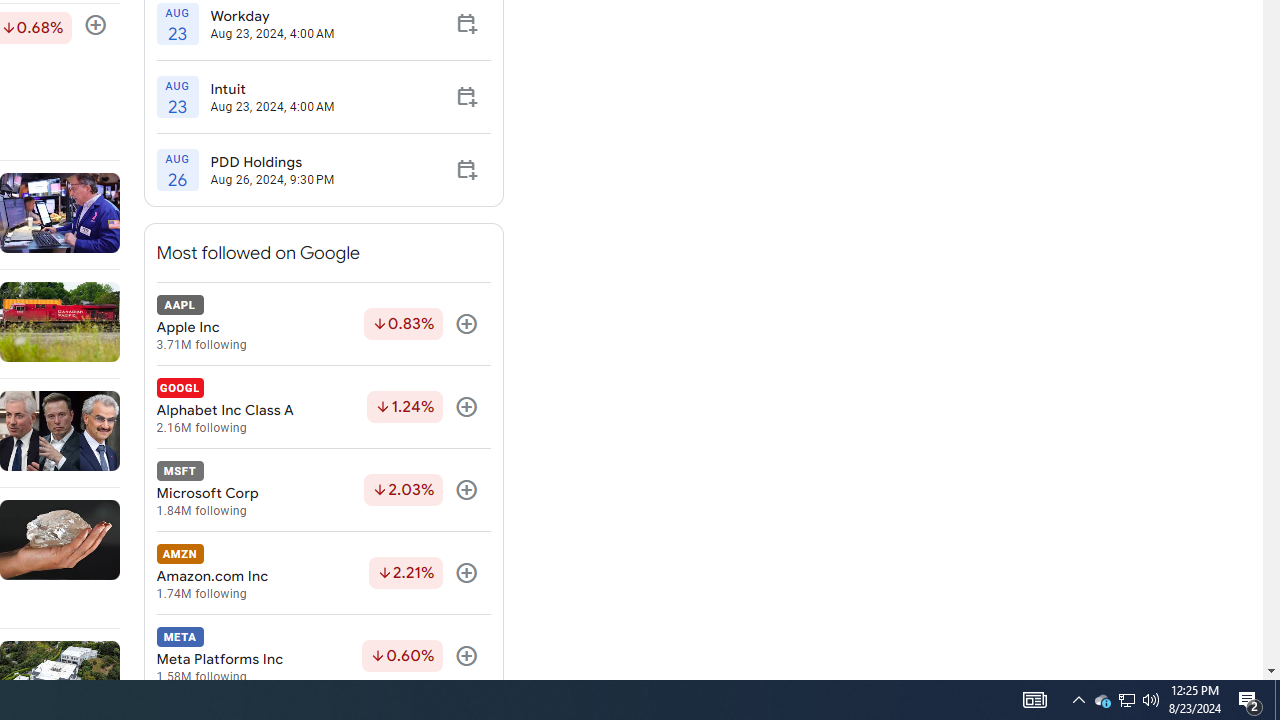 The height and width of the screenshot is (720, 1280). What do you see at coordinates (465, 657) in the screenshot?
I see `'Follow'` at bounding box center [465, 657].